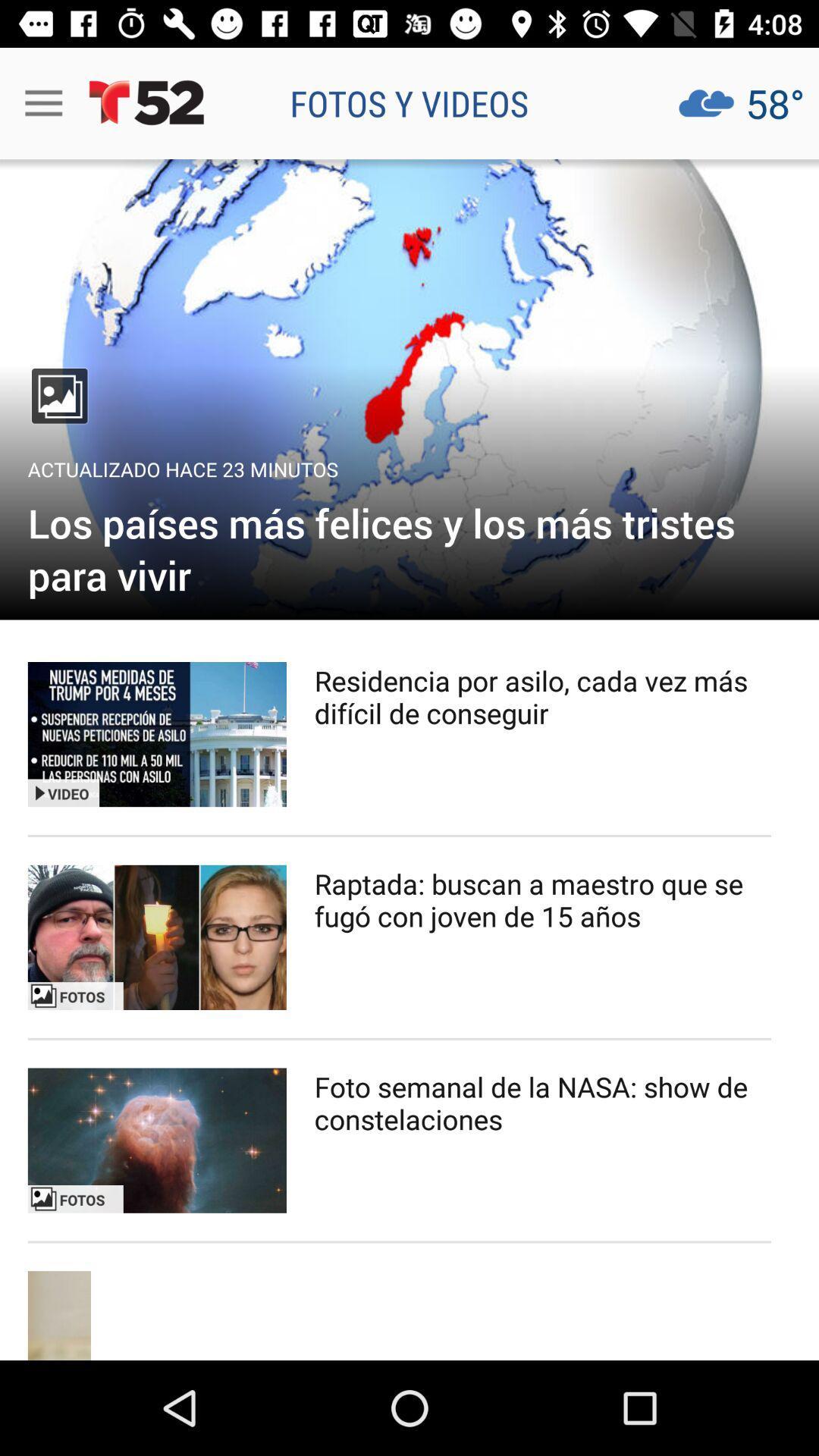  What do you see at coordinates (157, 734) in the screenshot?
I see `video` at bounding box center [157, 734].